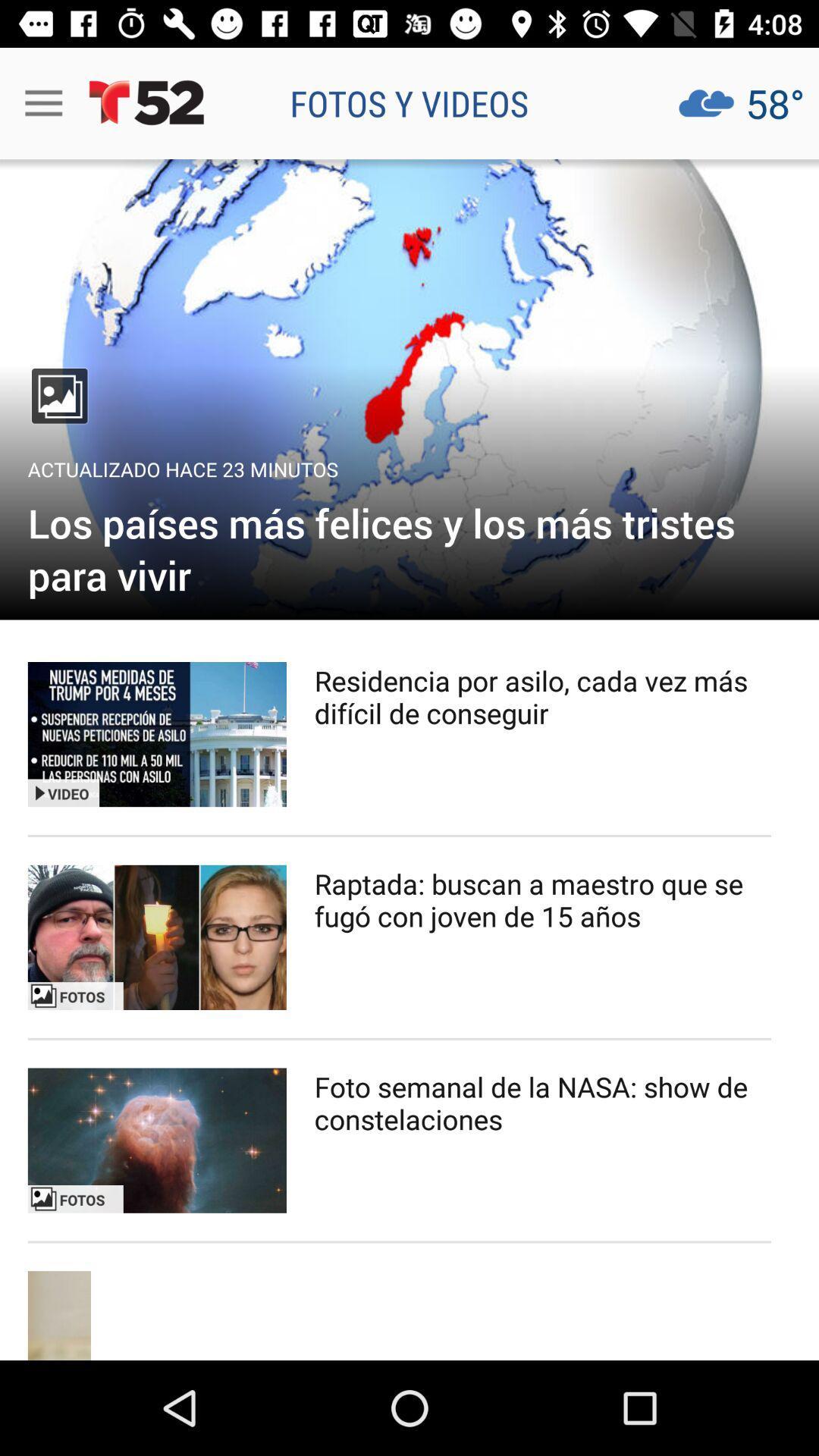  What do you see at coordinates (157, 734) in the screenshot?
I see `video` at bounding box center [157, 734].